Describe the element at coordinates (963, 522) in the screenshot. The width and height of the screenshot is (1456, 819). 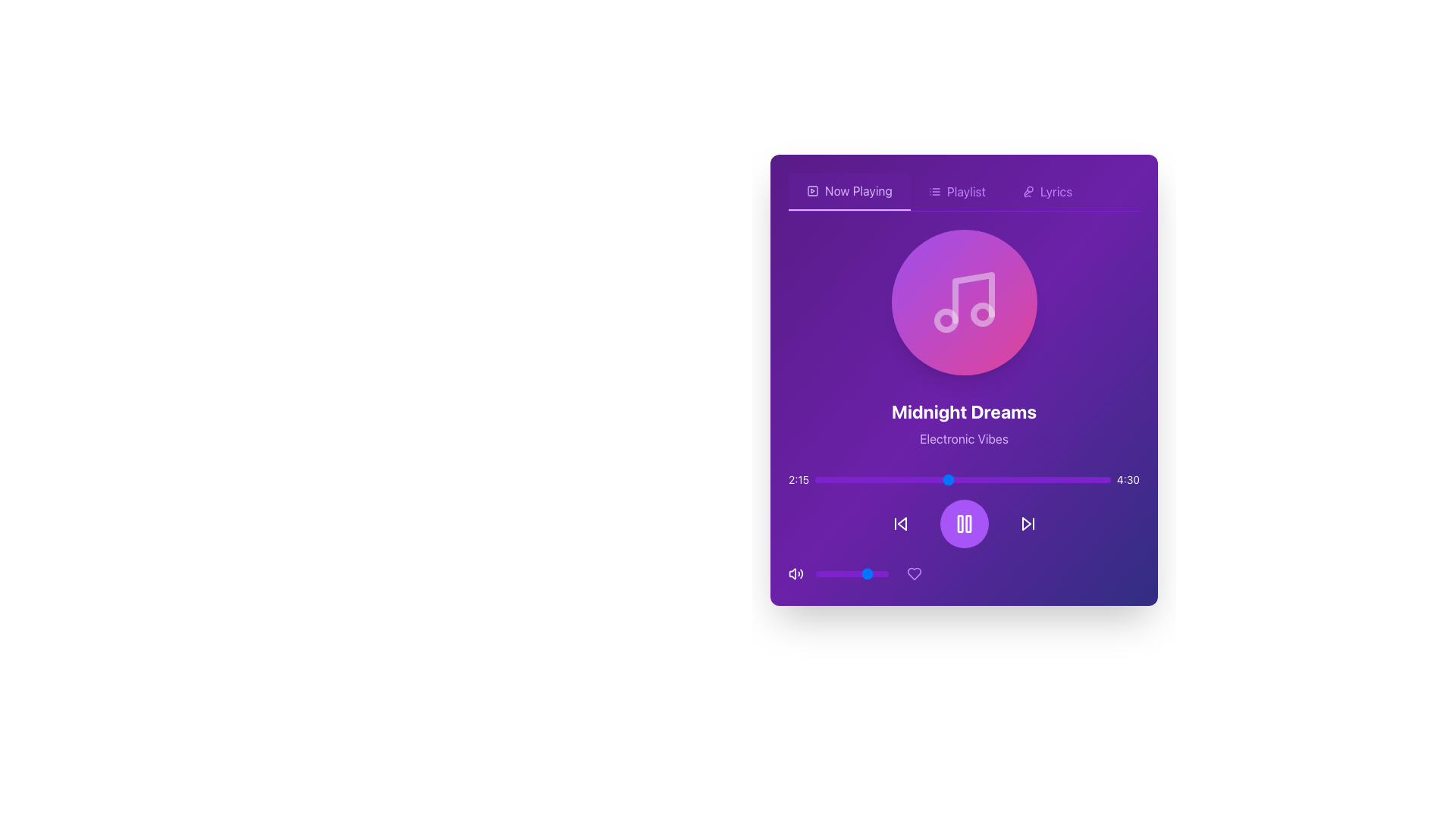
I see `the circular purple button with a white pause icon in the bottom control section of the media player interface` at that location.